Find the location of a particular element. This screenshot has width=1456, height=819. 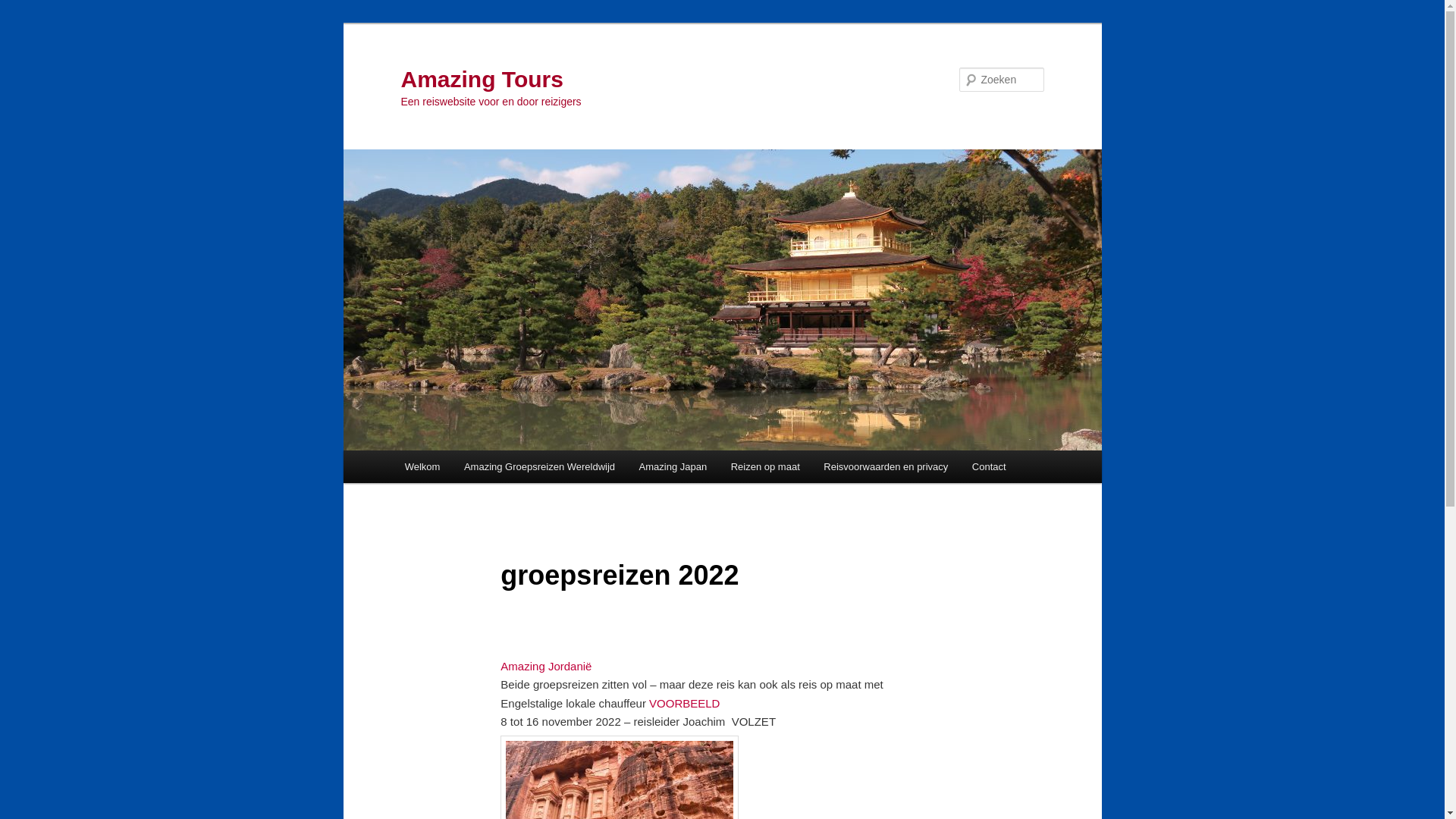

'Amazing Tours' is located at coordinates (480, 79).